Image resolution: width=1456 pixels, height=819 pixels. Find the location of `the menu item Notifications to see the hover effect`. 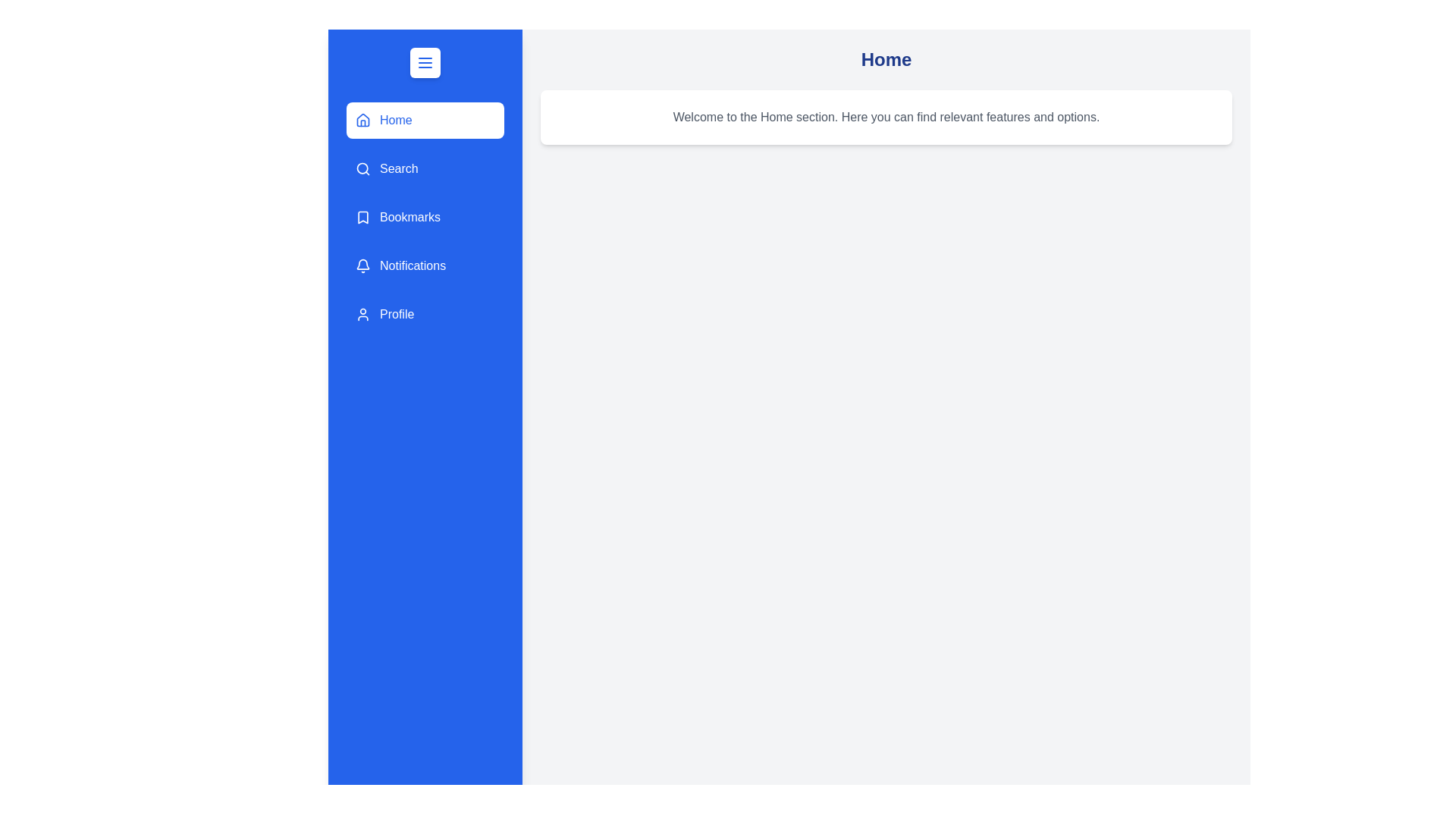

the menu item Notifications to see the hover effect is located at coordinates (425, 265).